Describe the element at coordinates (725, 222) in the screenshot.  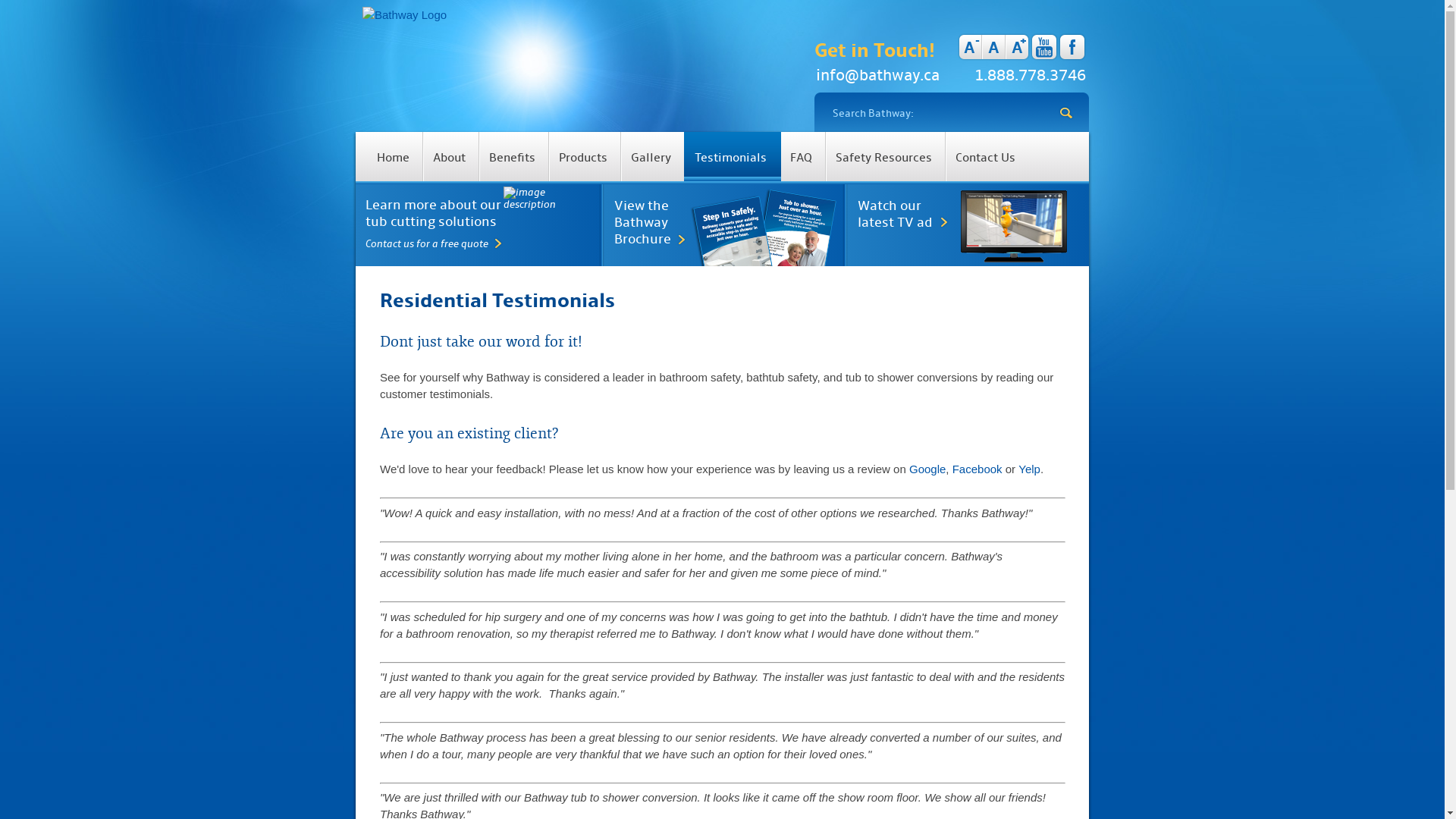
I see `'View the Bathway Brochure'` at that location.